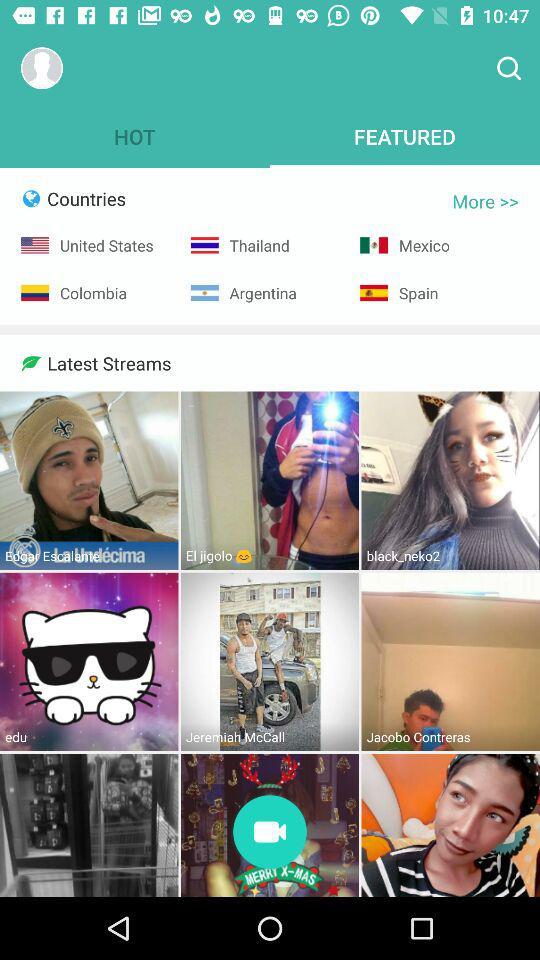  I want to click on stream video, so click(270, 833).